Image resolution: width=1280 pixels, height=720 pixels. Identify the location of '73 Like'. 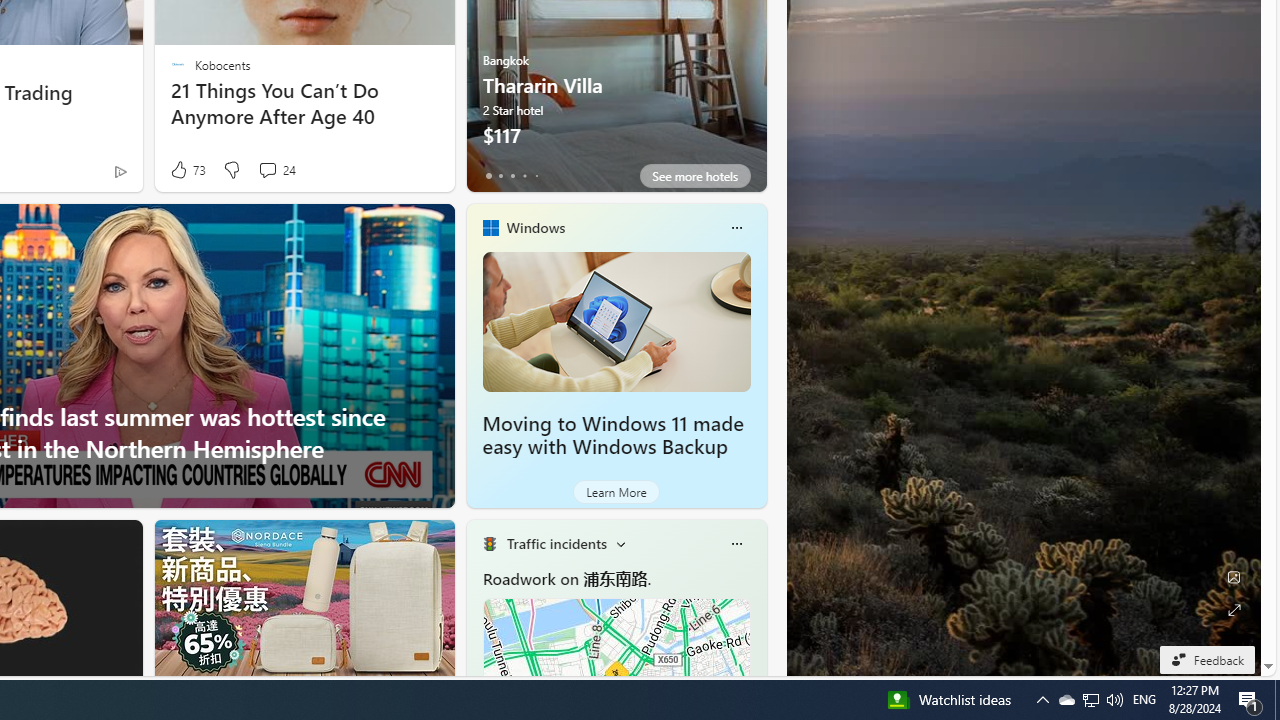
(186, 169).